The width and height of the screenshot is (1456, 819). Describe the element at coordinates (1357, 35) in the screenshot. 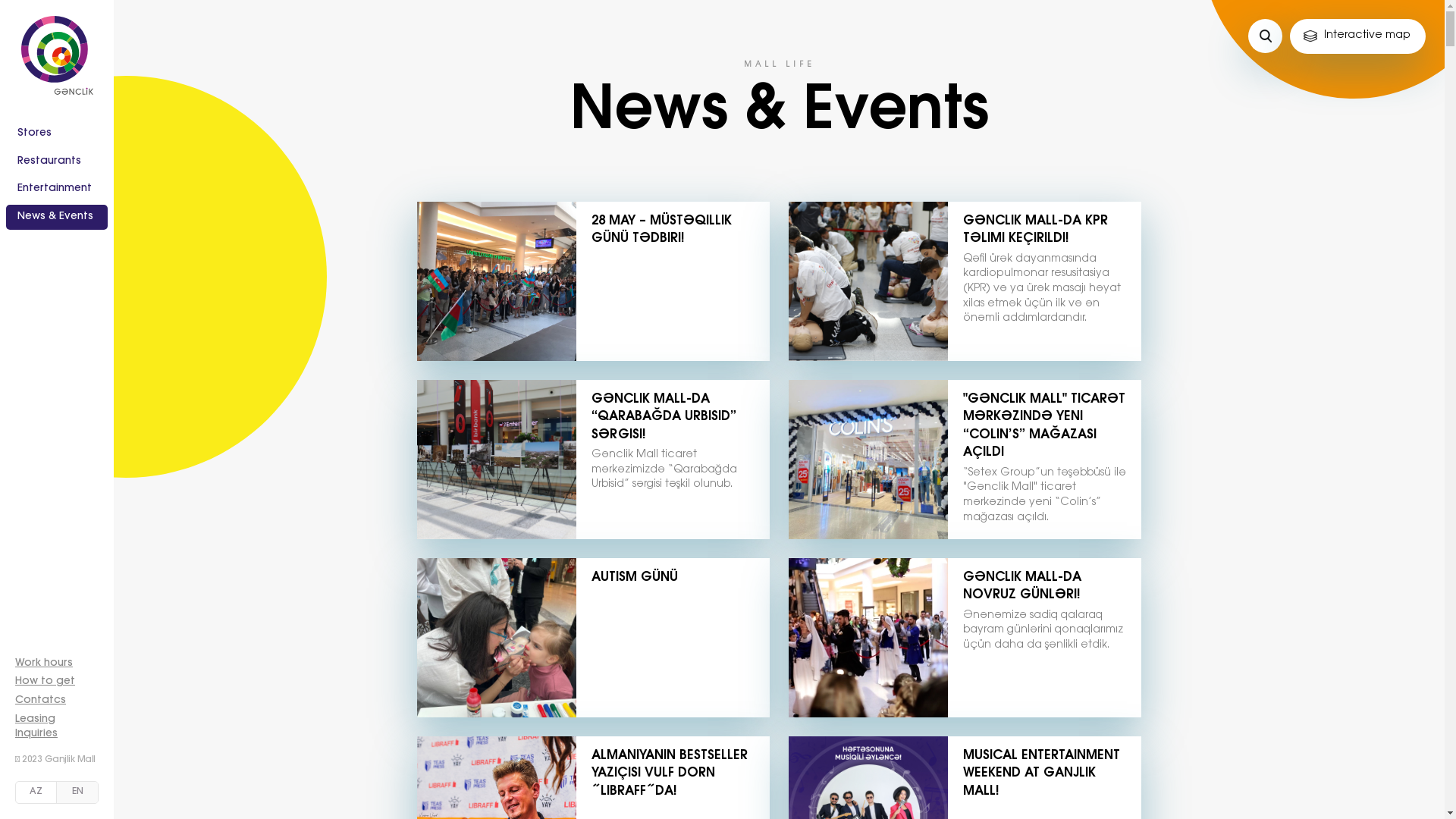

I see `'Interactive map'` at that location.